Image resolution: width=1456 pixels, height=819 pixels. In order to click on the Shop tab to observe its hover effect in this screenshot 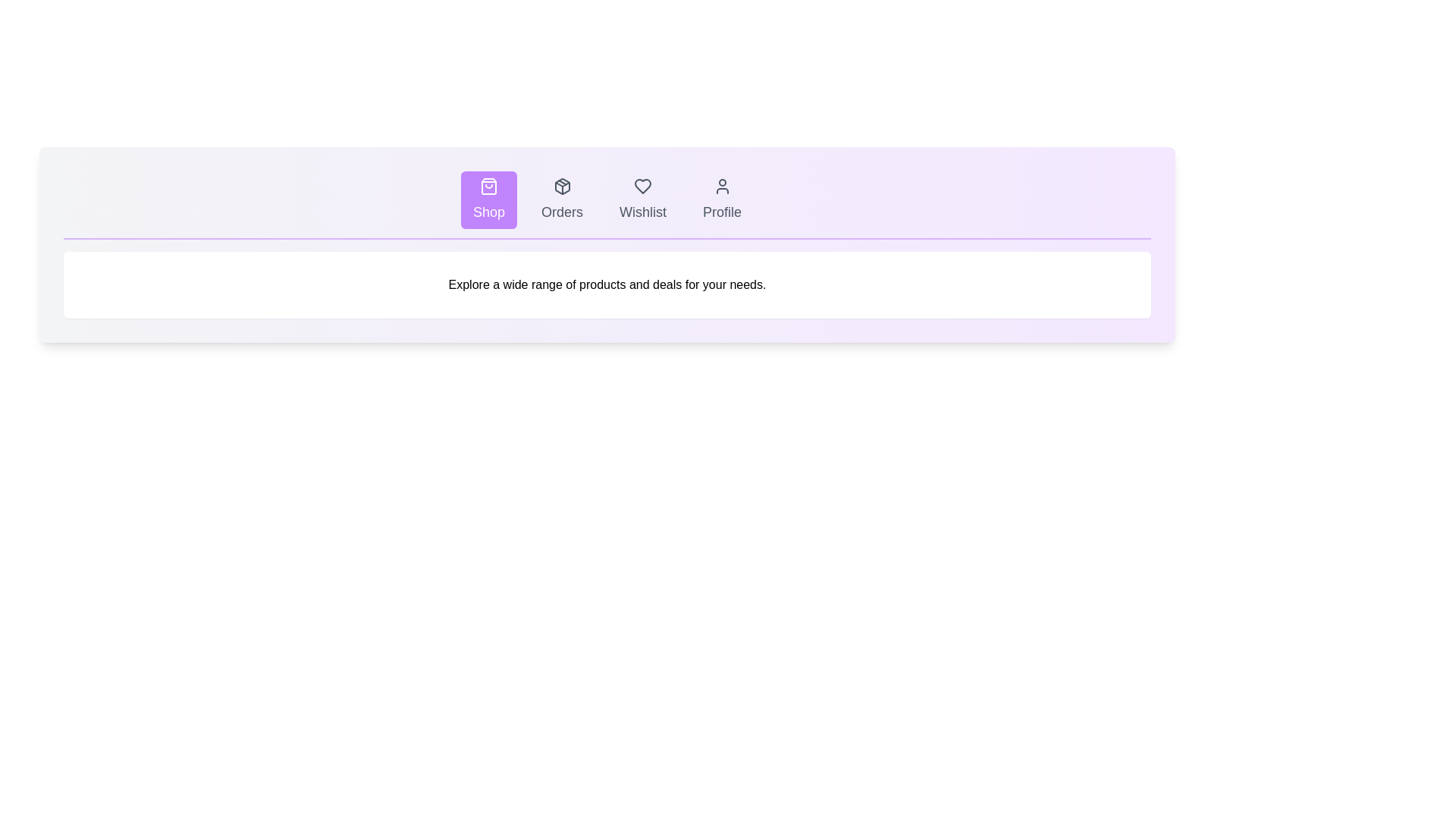, I will do `click(488, 199)`.